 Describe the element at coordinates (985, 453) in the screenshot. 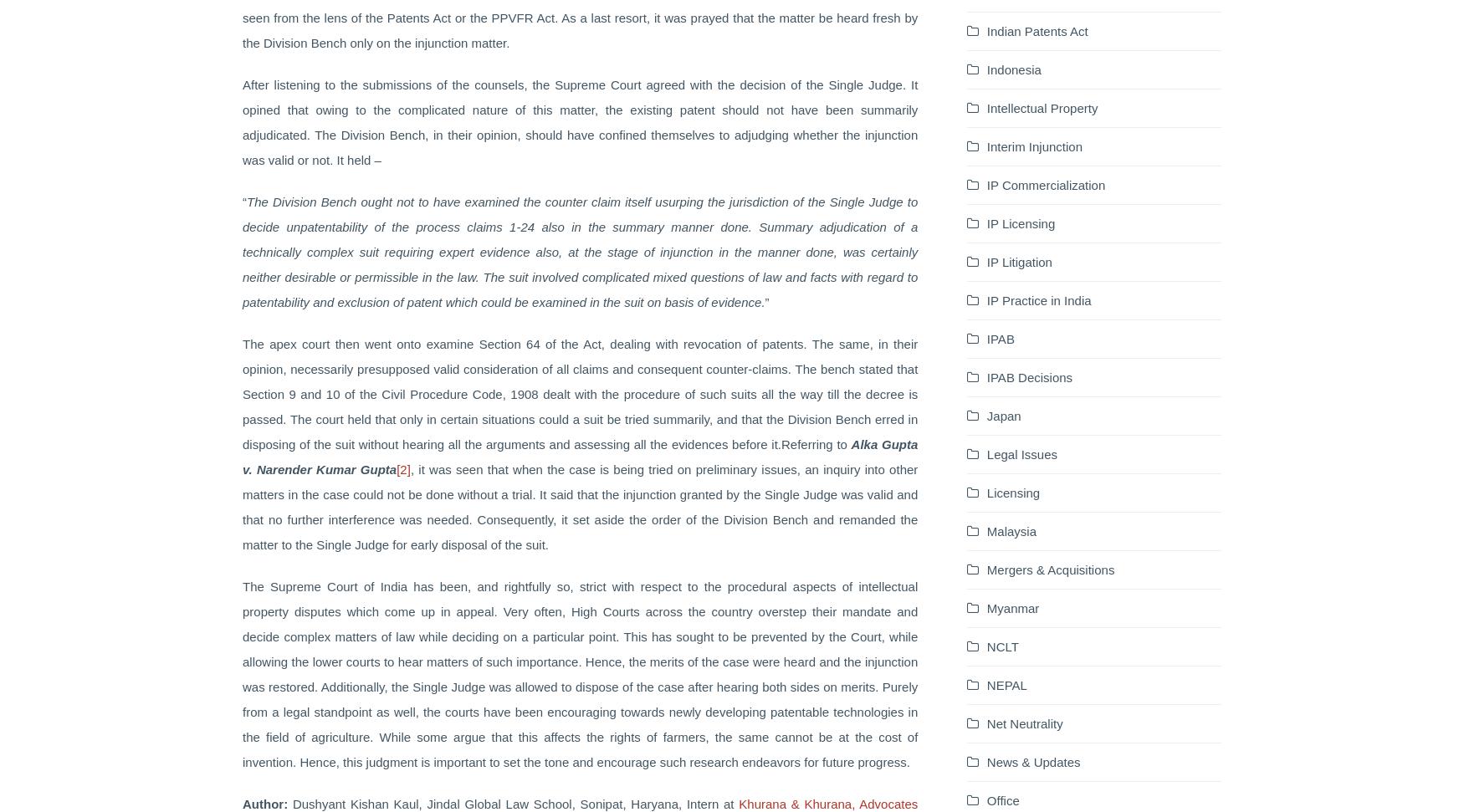

I see `'Legal Issues'` at that location.